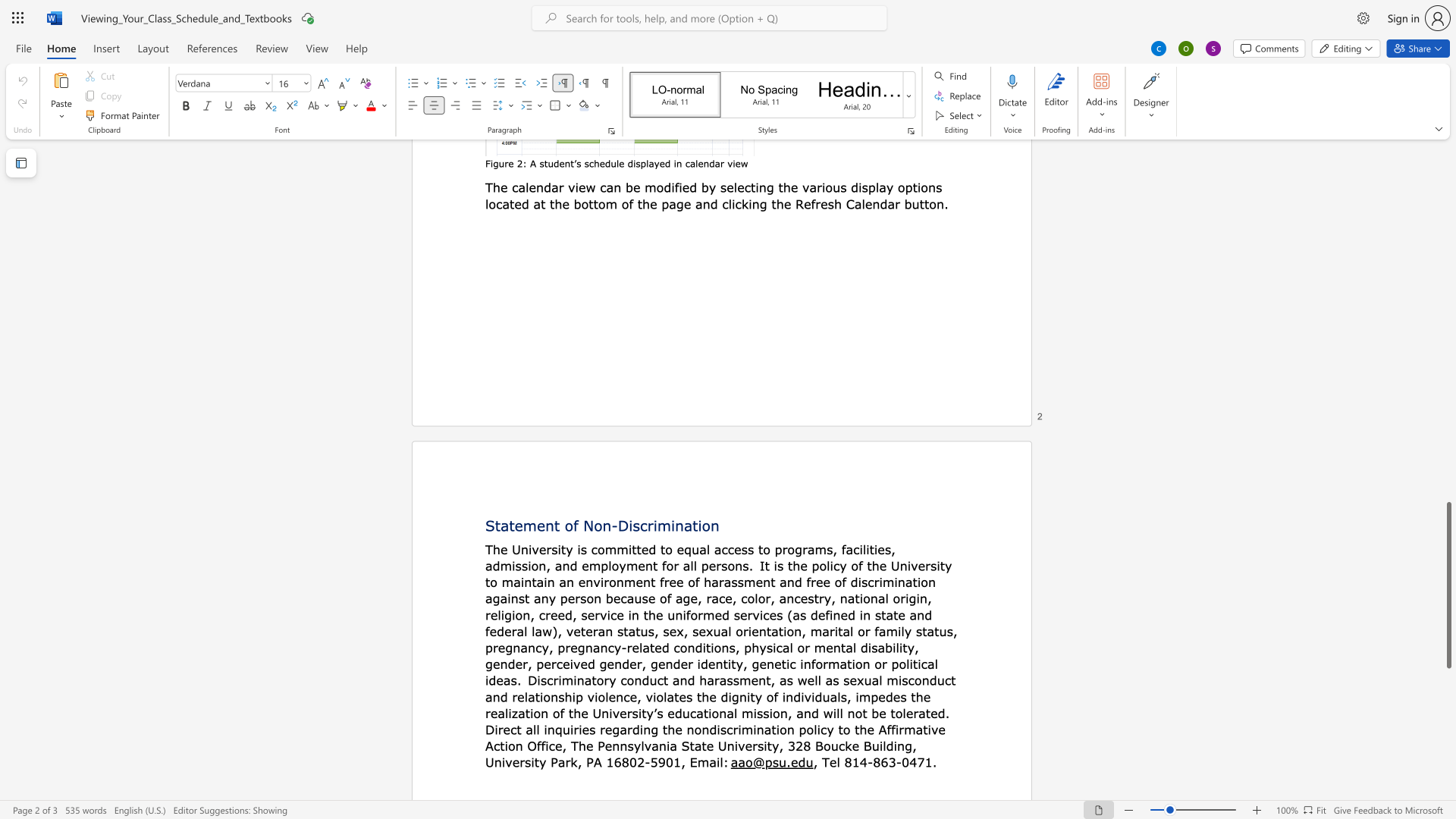  Describe the element at coordinates (1448, 309) in the screenshot. I see `the page's right scrollbar for upward movement` at that location.